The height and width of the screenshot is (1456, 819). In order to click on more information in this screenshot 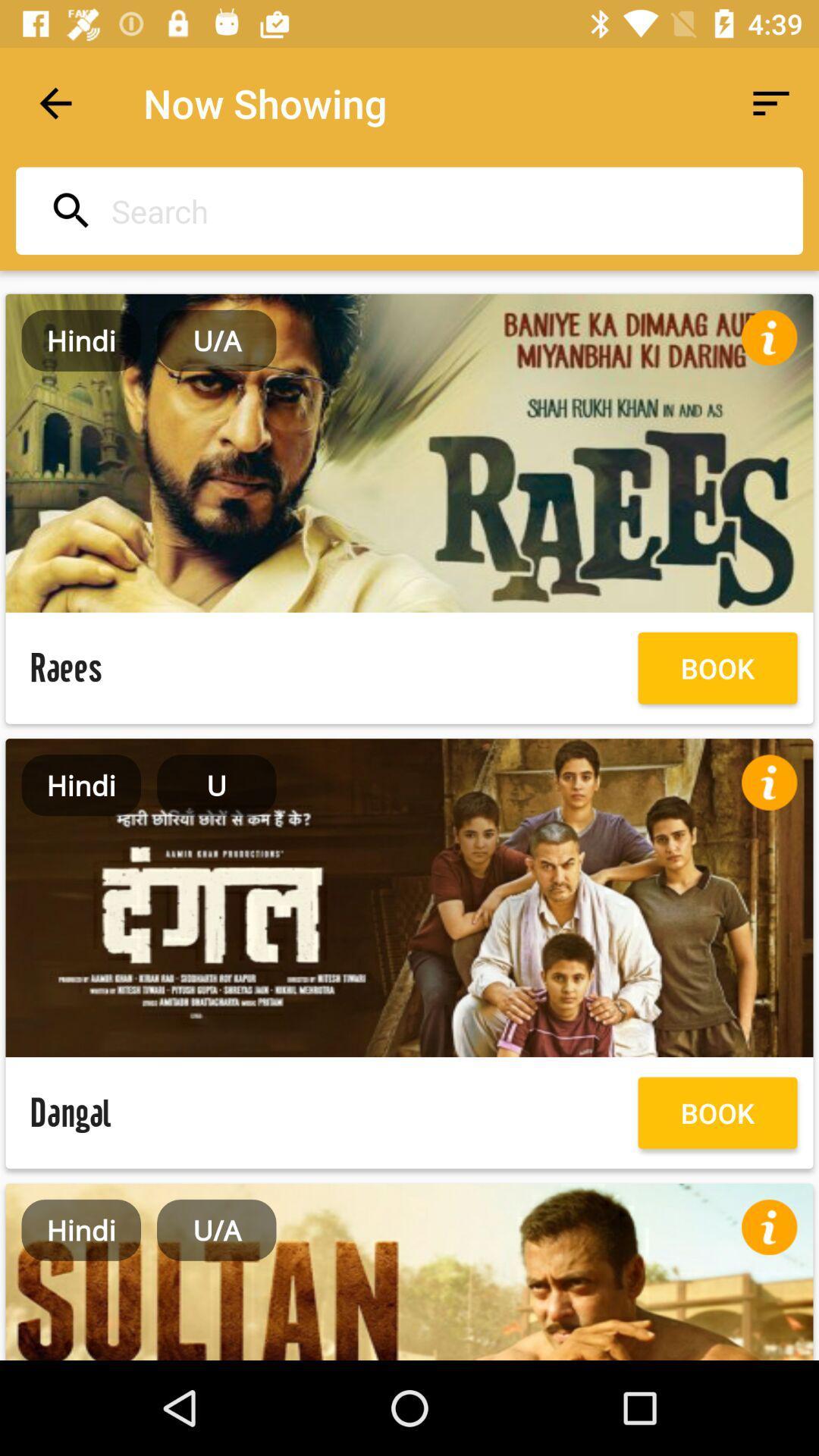, I will do `click(769, 1227)`.